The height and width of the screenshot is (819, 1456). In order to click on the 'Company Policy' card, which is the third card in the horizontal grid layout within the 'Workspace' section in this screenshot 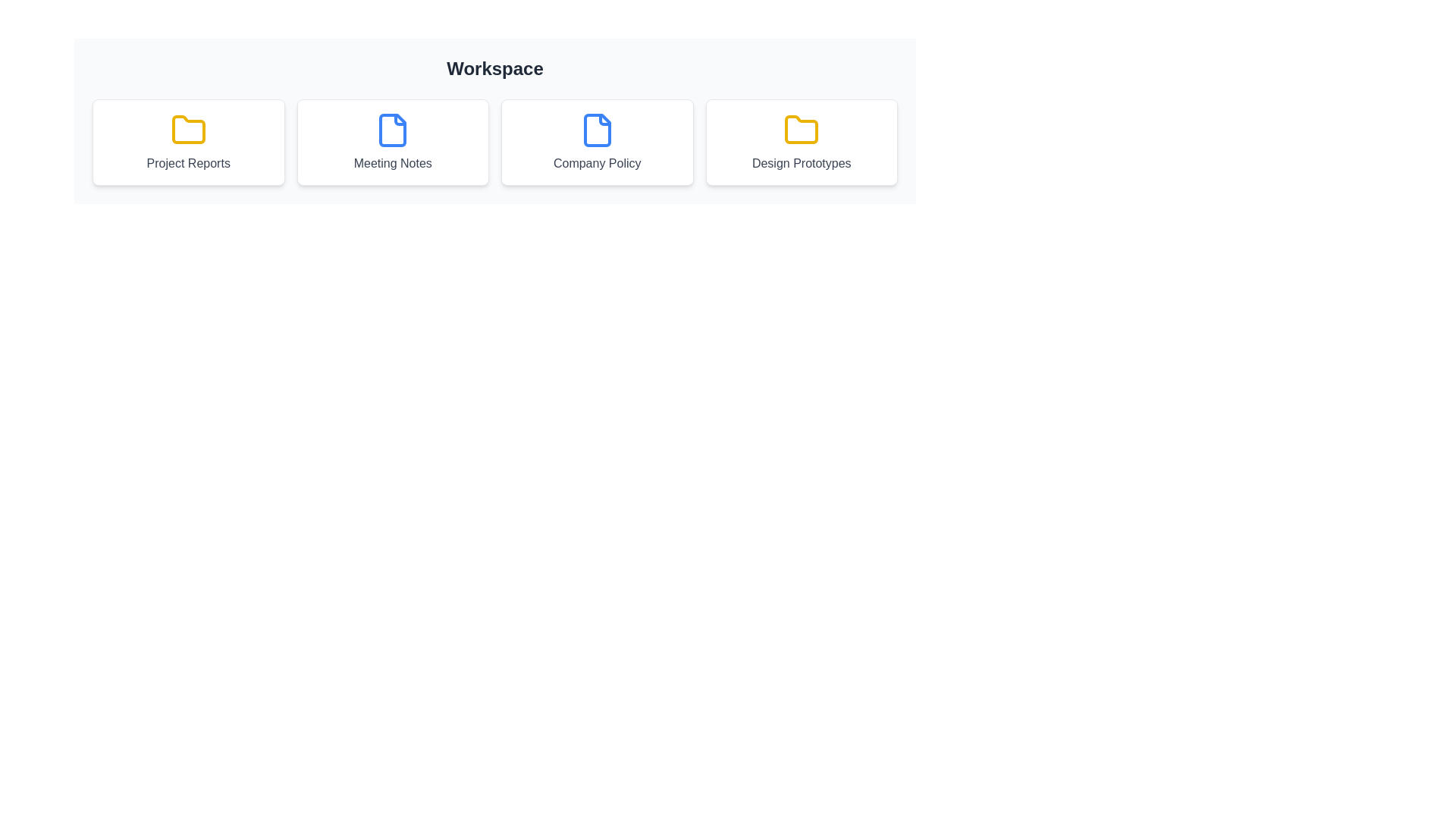, I will do `click(596, 143)`.